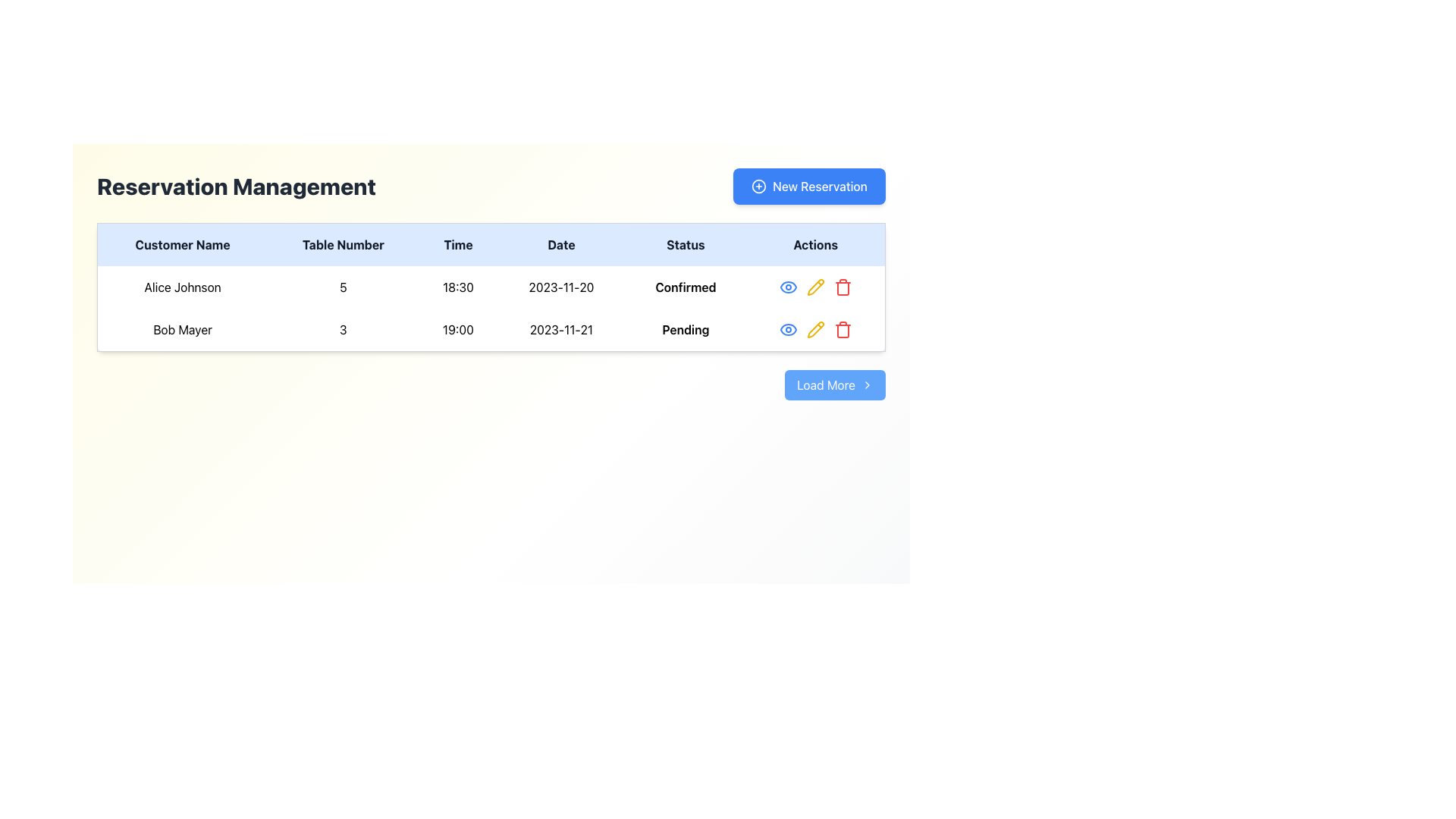 Image resolution: width=1456 pixels, height=819 pixels. What do you see at coordinates (788, 287) in the screenshot?
I see `the first icon button in the 'Actions' column of the table` at bounding box center [788, 287].